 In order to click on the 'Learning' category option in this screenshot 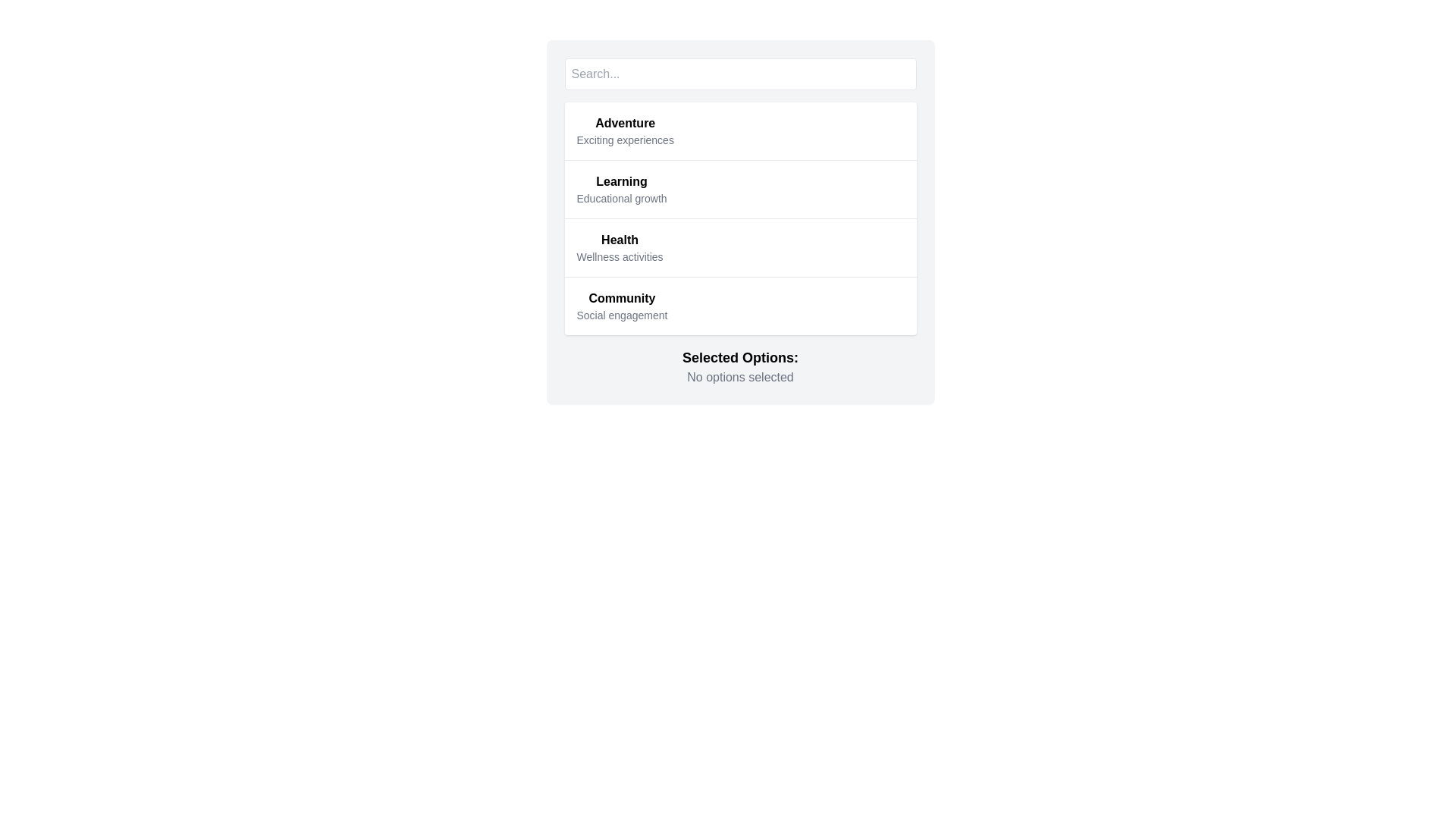, I will do `click(622, 189)`.